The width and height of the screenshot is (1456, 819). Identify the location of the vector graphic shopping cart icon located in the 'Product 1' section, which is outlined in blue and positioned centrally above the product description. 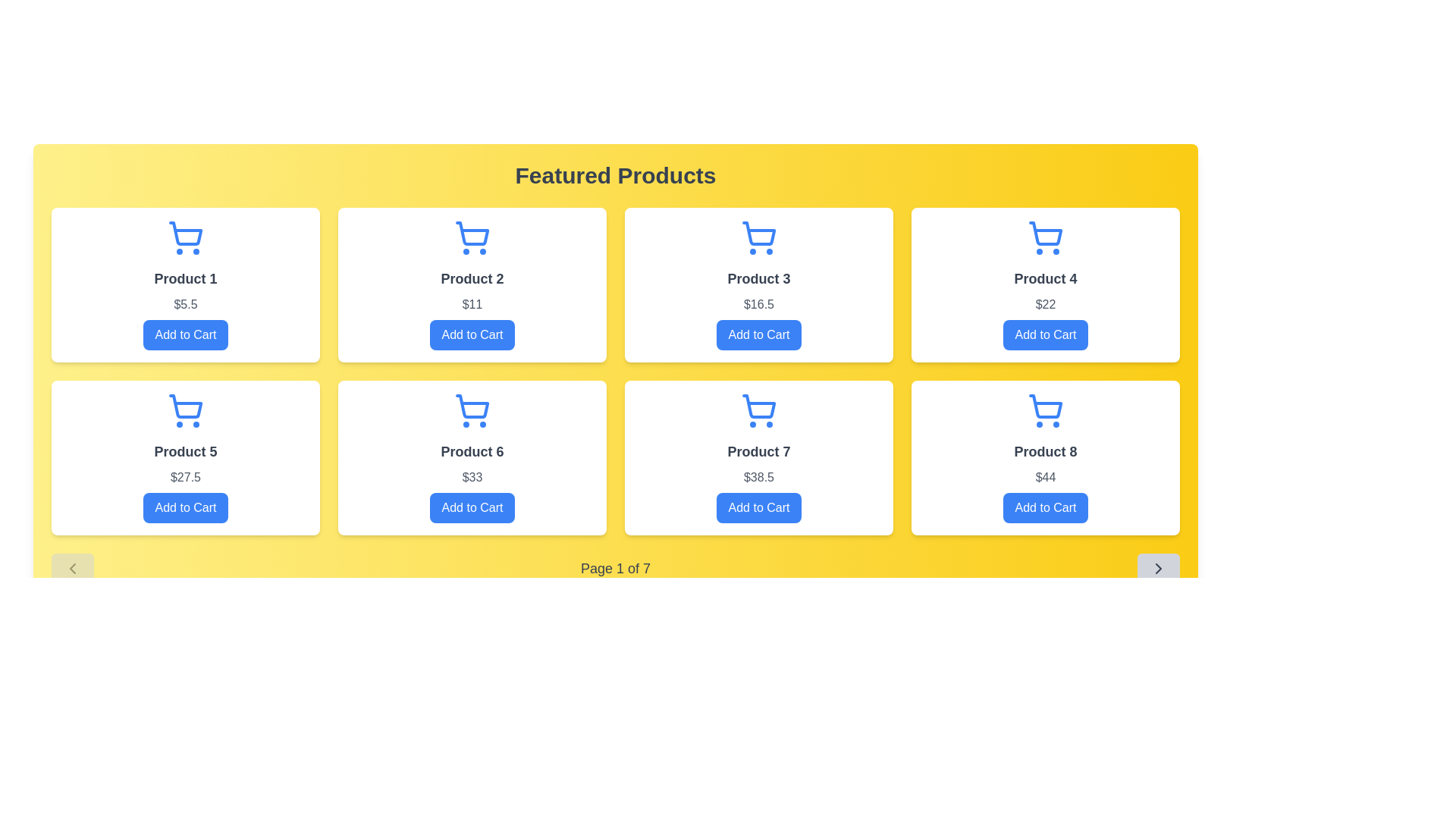
(185, 234).